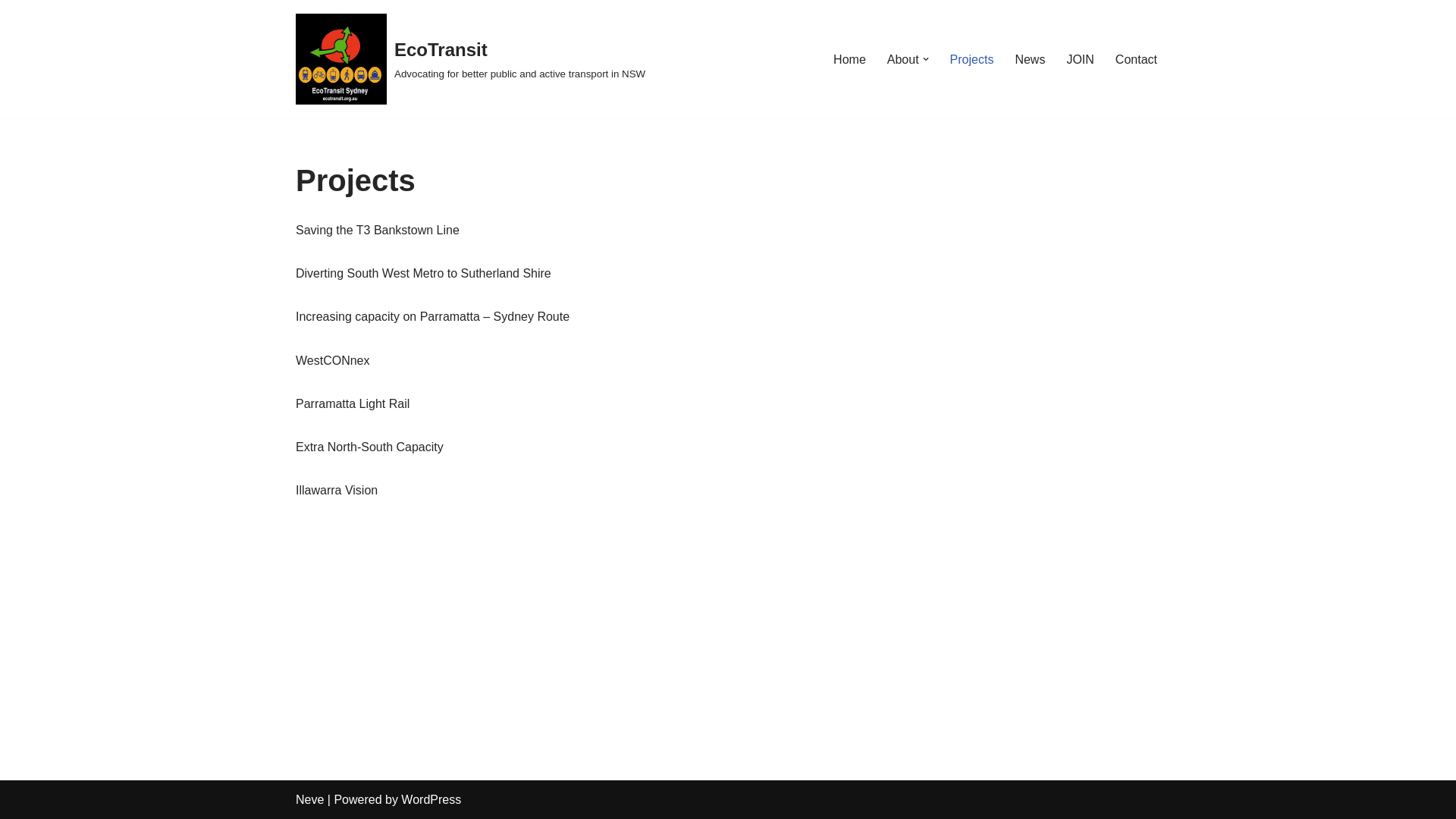 Image resolution: width=1456 pixels, height=819 pixels. I want to click on 'Projects', so click(971, 58).